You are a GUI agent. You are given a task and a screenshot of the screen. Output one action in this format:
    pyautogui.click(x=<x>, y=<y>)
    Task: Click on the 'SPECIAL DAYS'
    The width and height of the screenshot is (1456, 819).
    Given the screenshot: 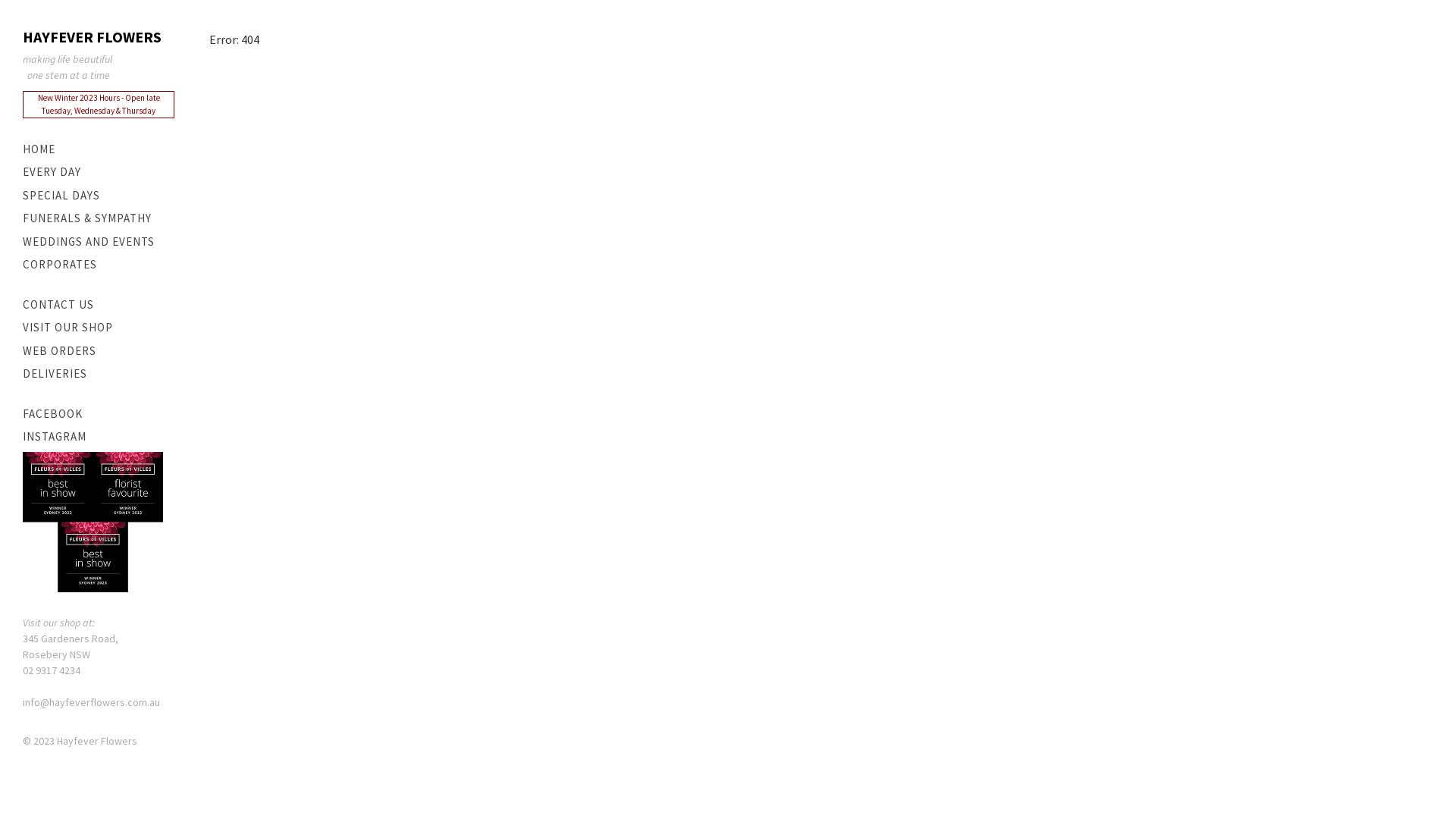 What is the action you would take?
    pyautogui.click(x=97, y=195)
    